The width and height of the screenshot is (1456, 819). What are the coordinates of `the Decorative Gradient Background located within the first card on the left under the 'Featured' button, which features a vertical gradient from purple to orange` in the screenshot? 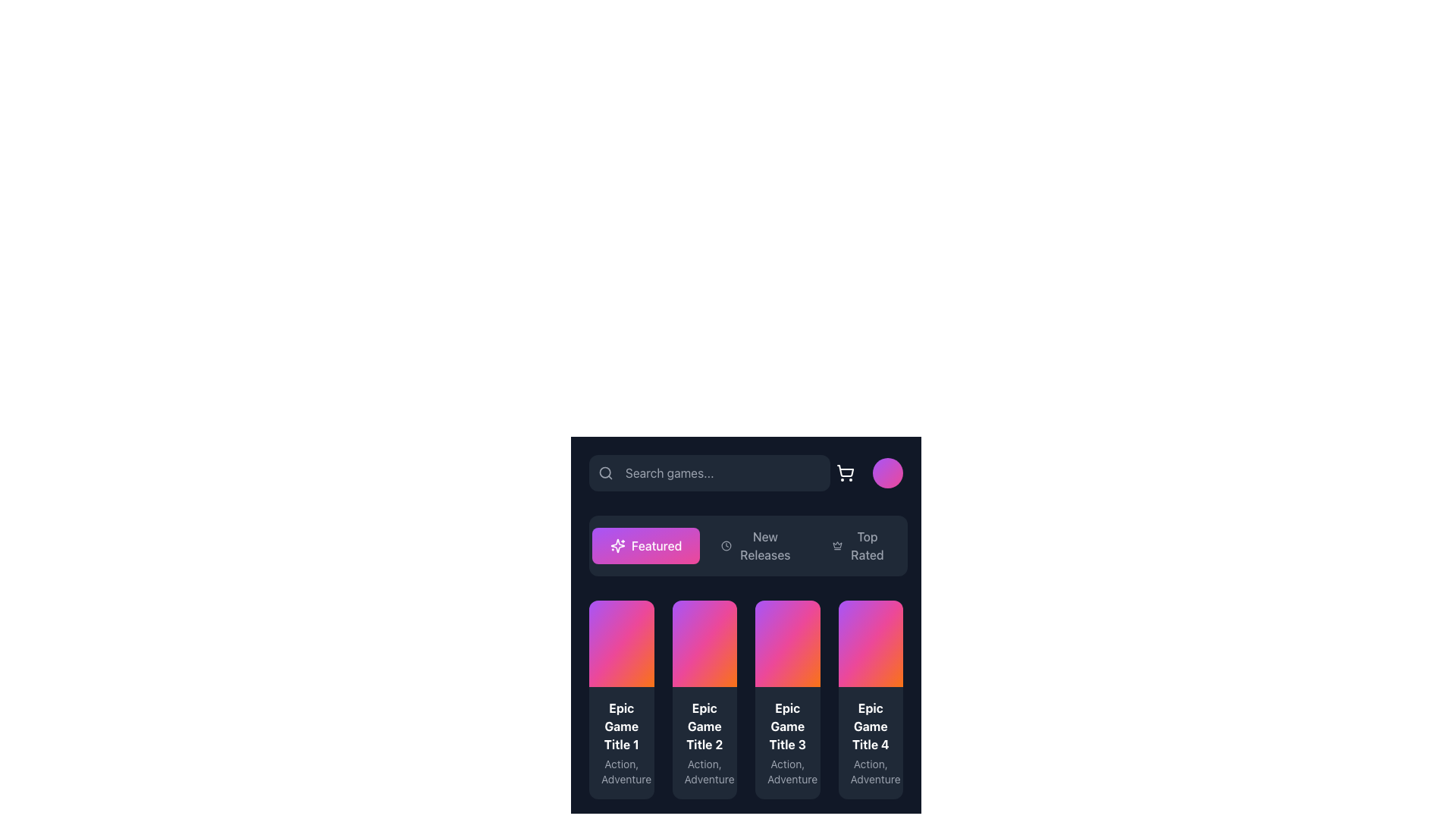 It's located at (621, 643).